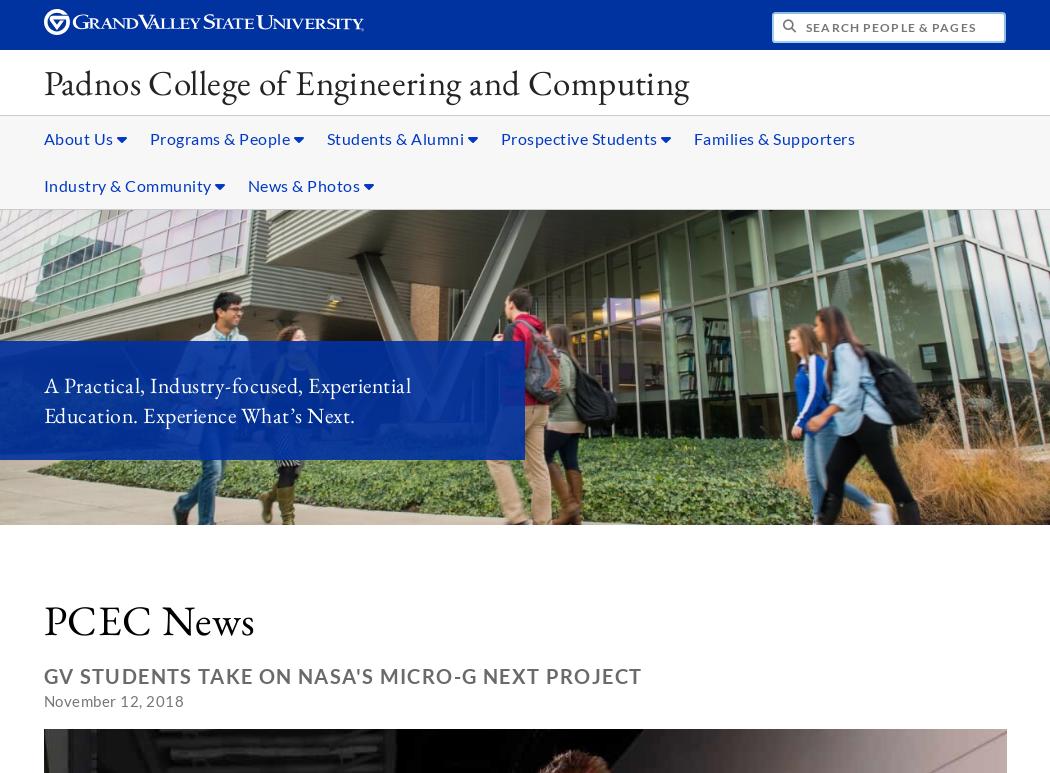  I want to click on 'Padnos College of Engineering and Computing', so click(365, 81).